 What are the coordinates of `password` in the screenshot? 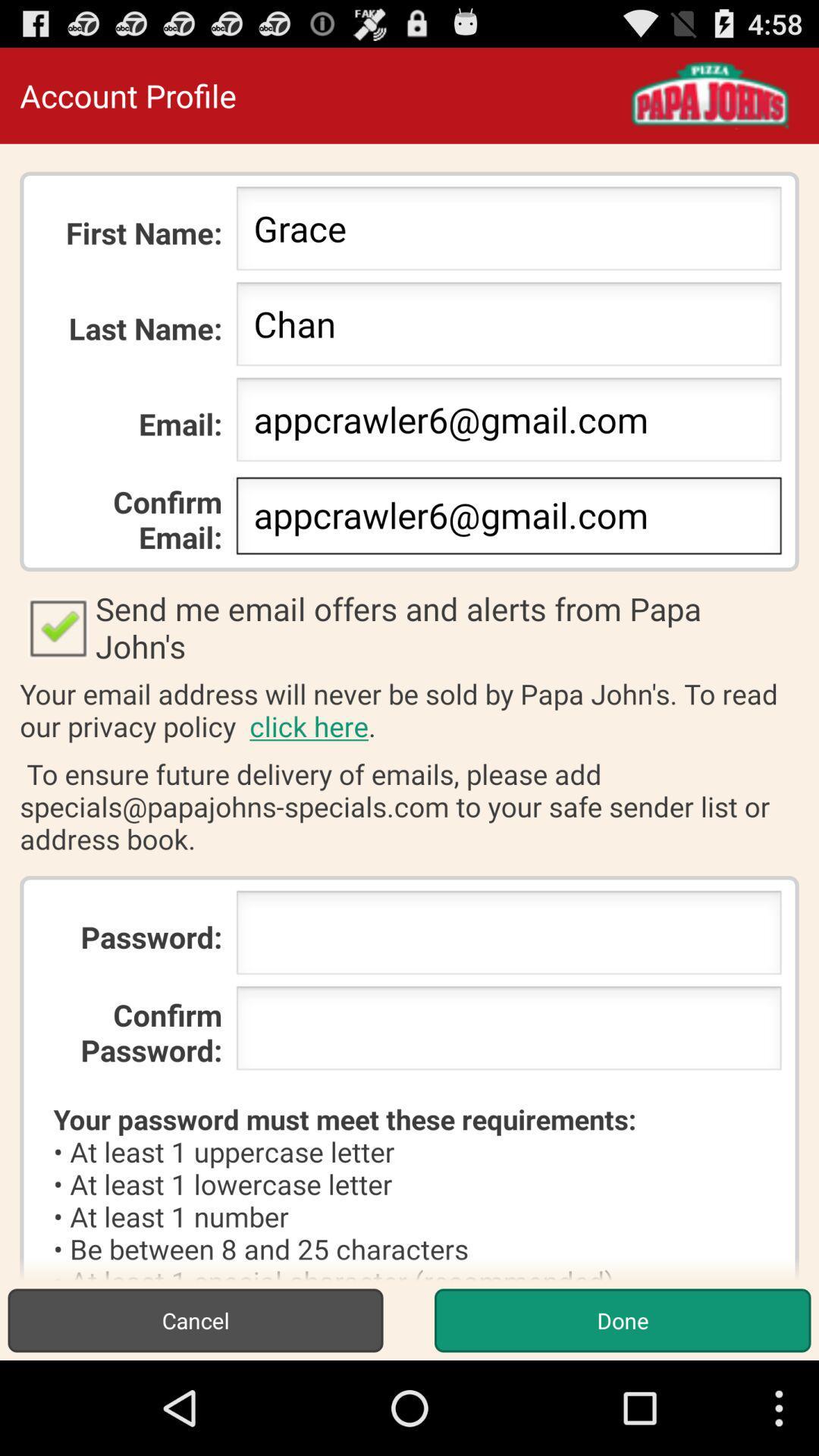 It's located at (509, 937).